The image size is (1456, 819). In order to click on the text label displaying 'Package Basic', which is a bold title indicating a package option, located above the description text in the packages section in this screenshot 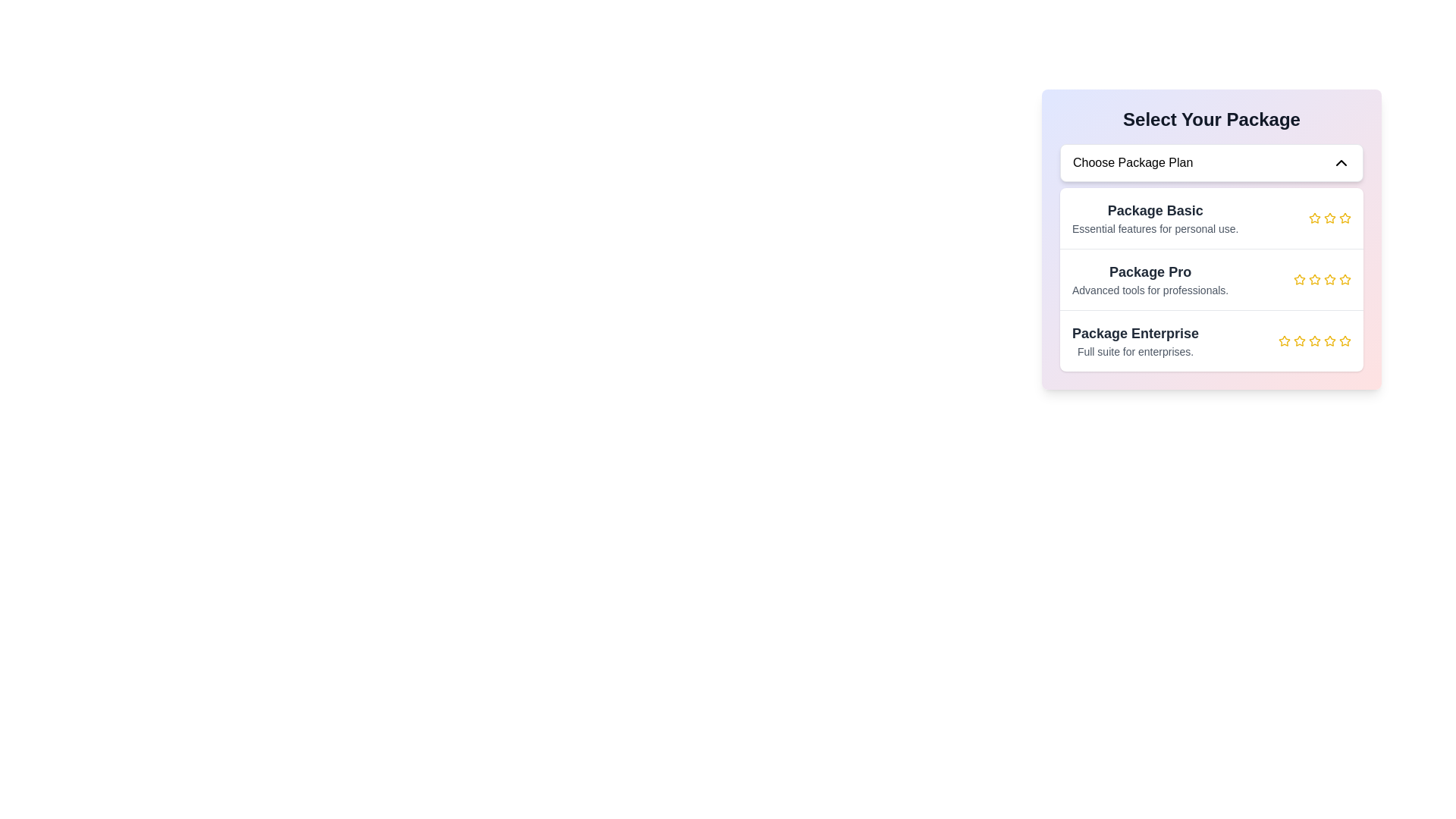, I will do `click(1154, 210)`.